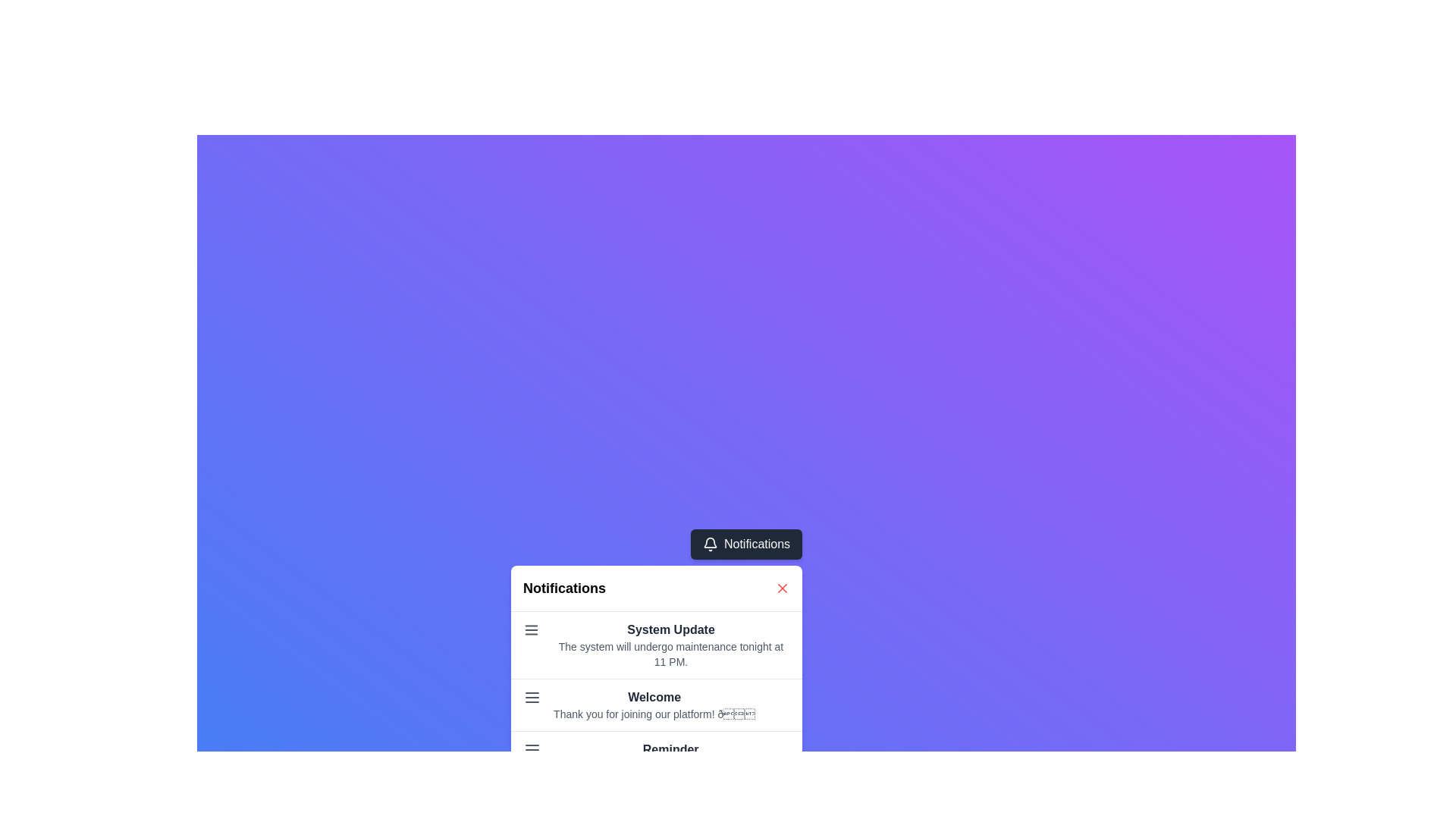  What do you see at coordinates (532, 748) in the screenshot?
I see `the icon to the left of the 'Reminder' text in the notification titled 'Reminder: Your meeting is scheduled for tomorrow at 10 AM'` at bounding box center [532, 748].